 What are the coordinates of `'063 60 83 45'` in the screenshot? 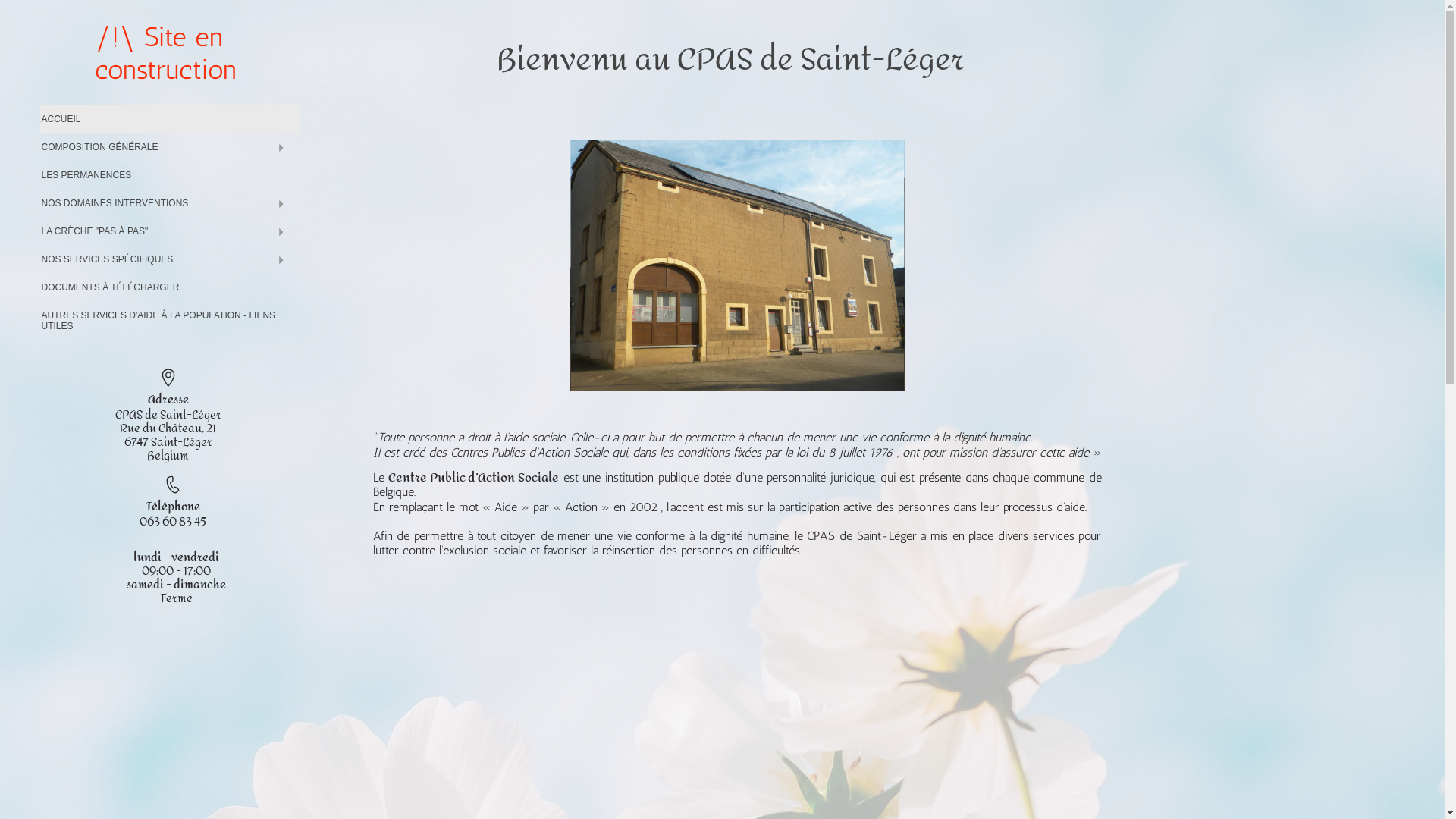 It's located at (139, 521).